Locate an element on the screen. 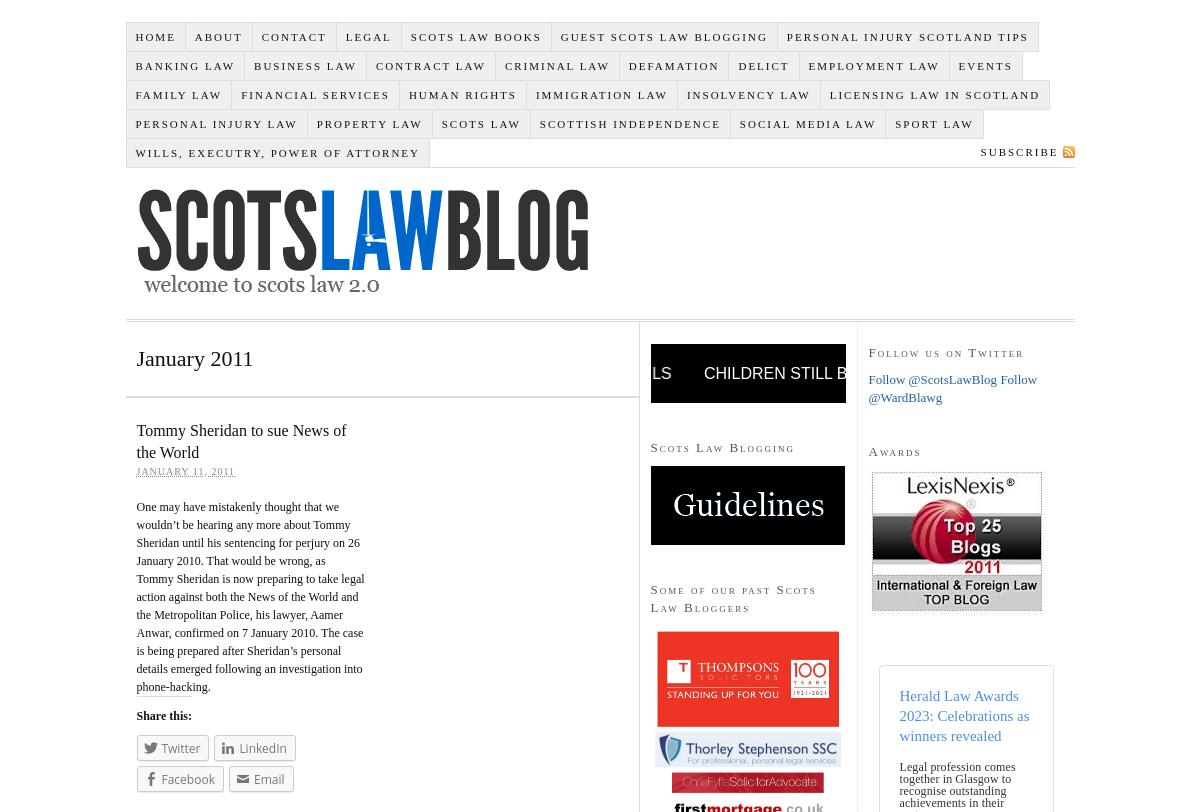 The width and height of the screenshot is (1200, 812). 'Wills, Executry, Power of Attorney' is located at coordinates (276, 152).